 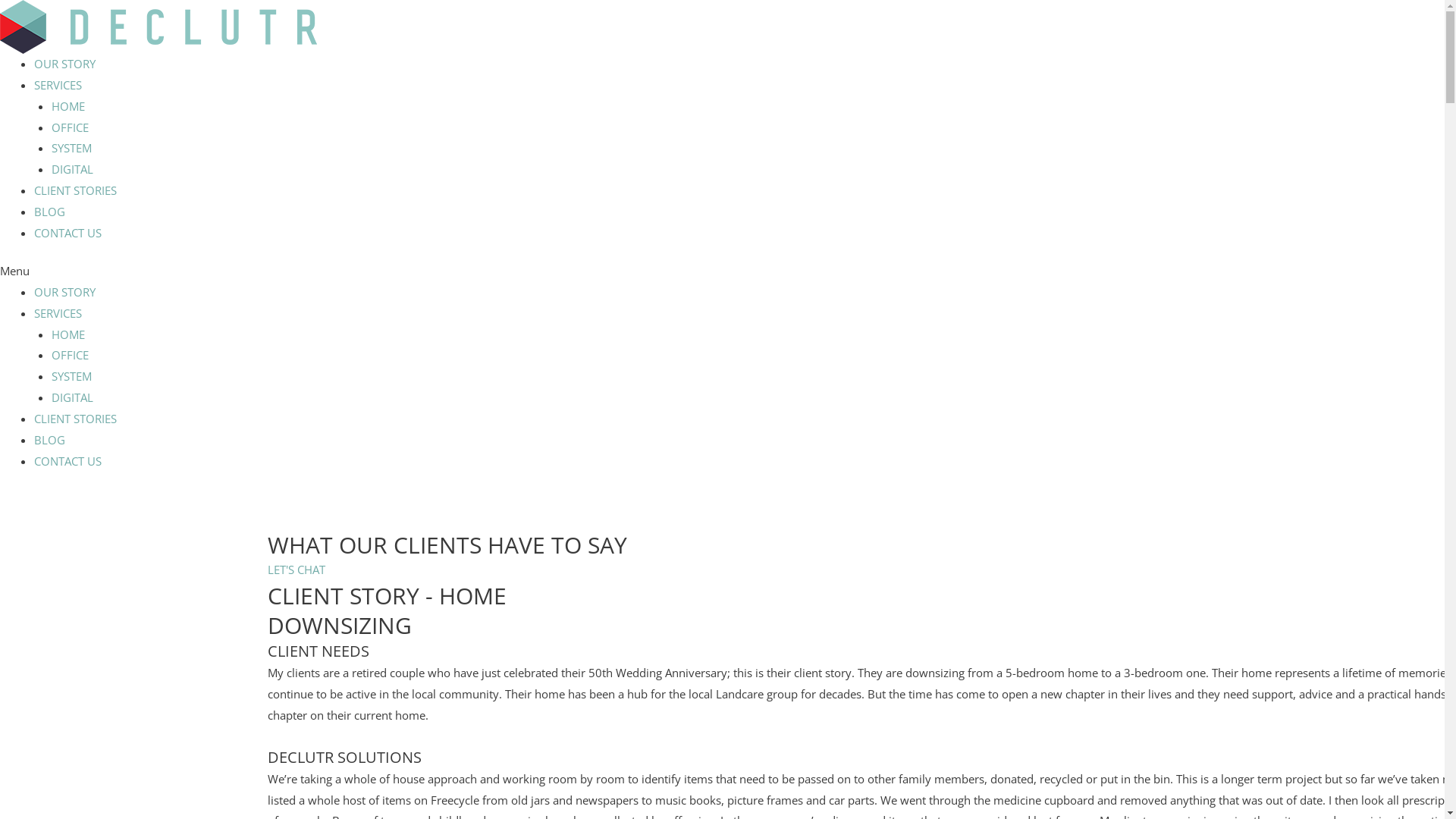 I want to click on 'SYSTEM', so click(x=51, y=375).